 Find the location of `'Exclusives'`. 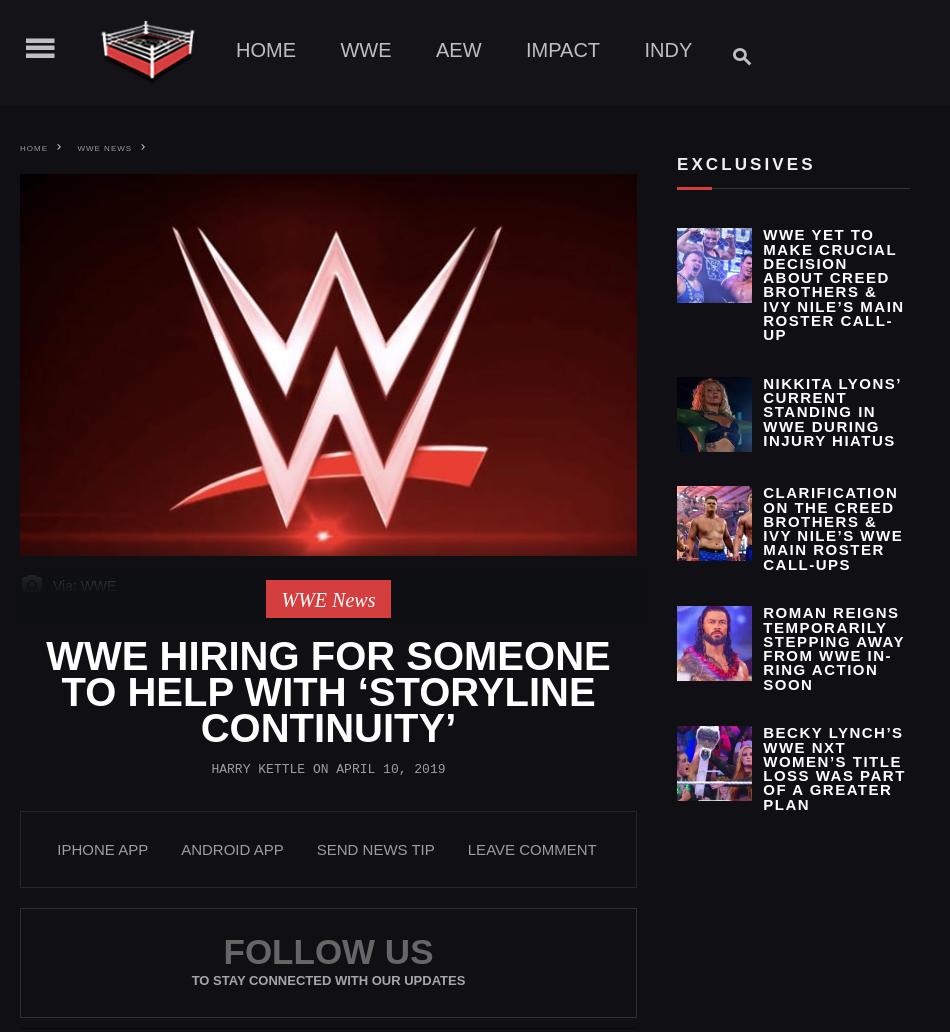

'Exclusives' is located at coordinates (745, 163).